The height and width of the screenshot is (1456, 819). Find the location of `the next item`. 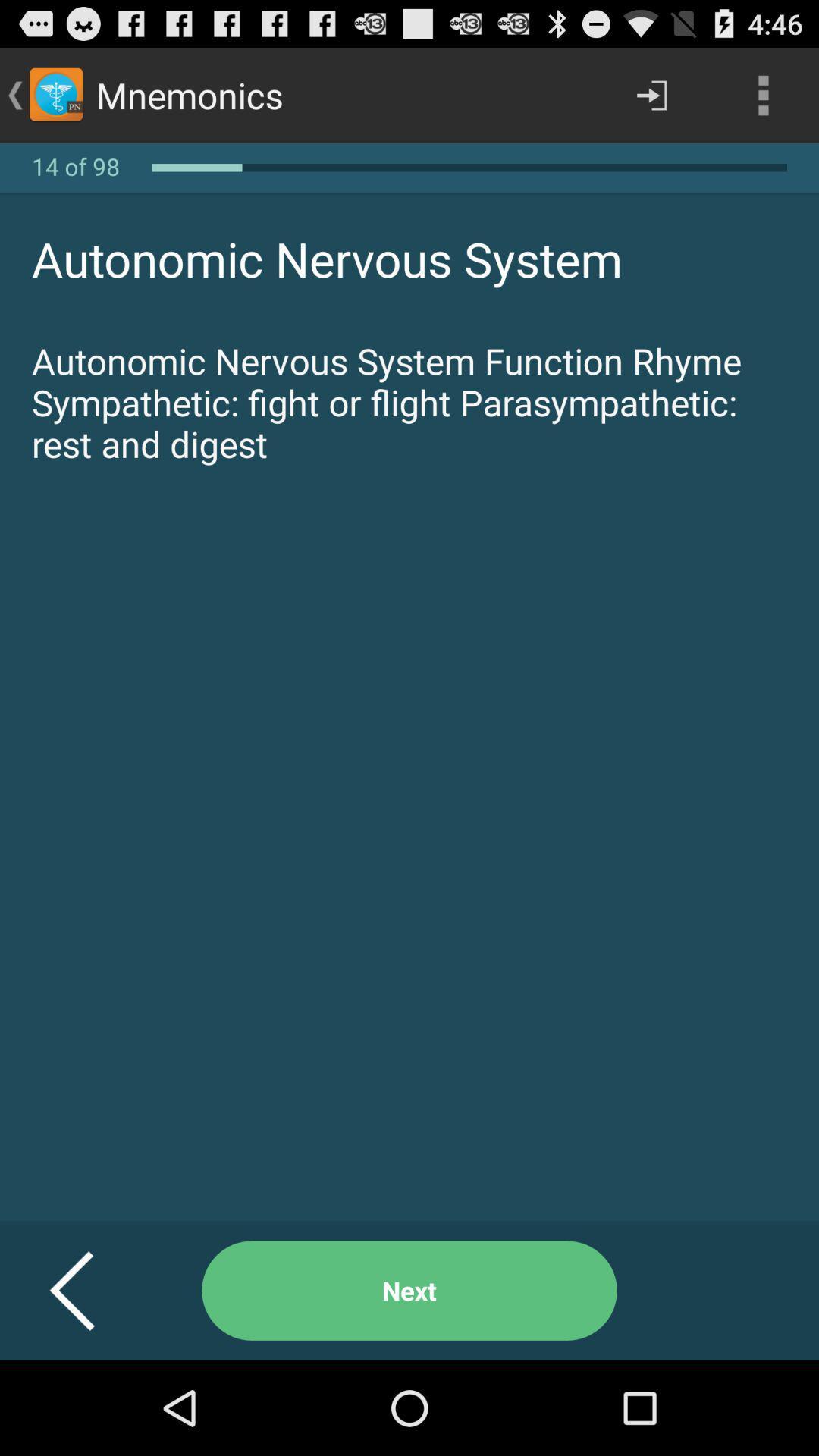

the next item is located at coordinates (409, 1290).